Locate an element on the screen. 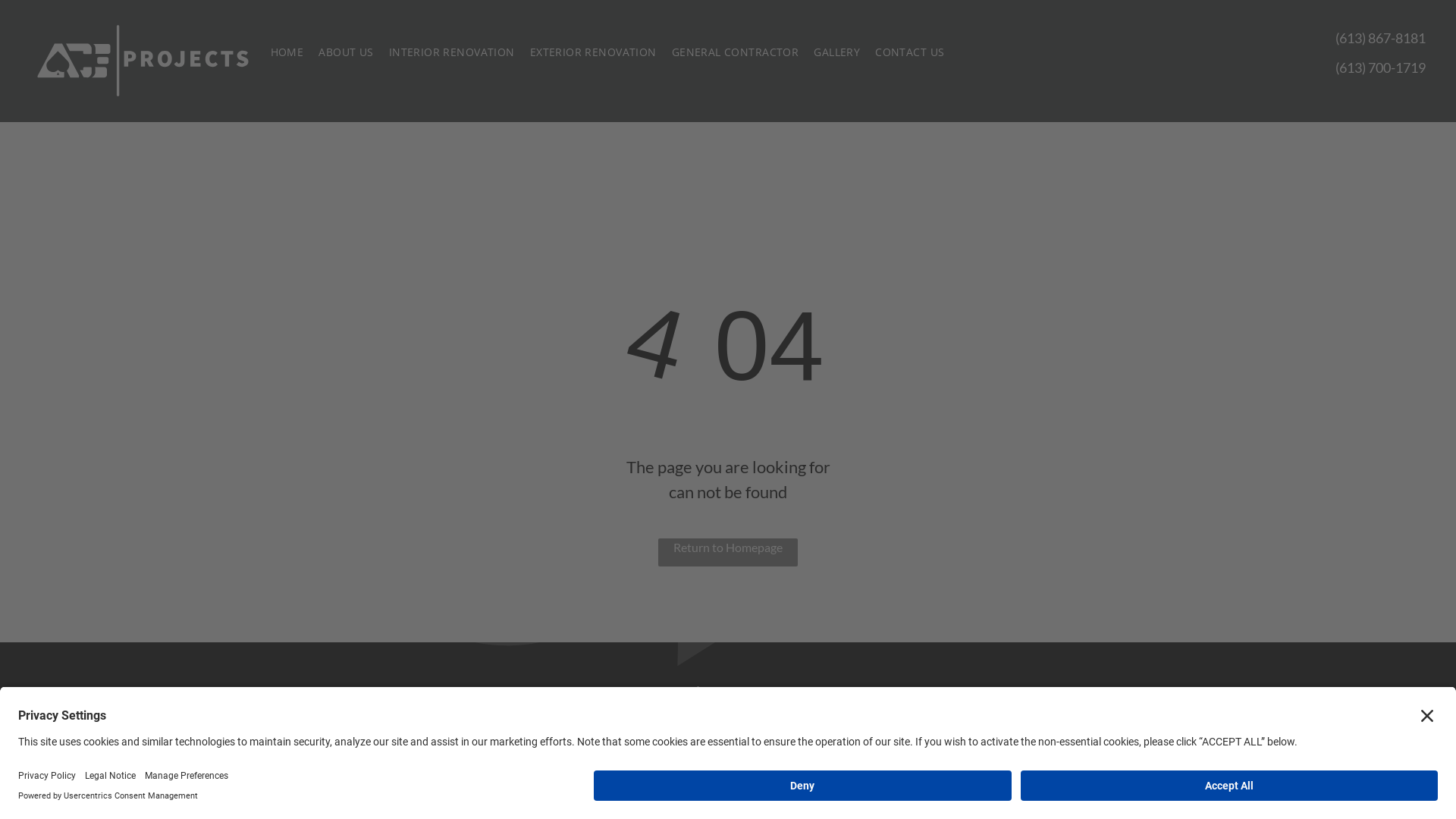  'HOME' is located at coordinates (287, 51).